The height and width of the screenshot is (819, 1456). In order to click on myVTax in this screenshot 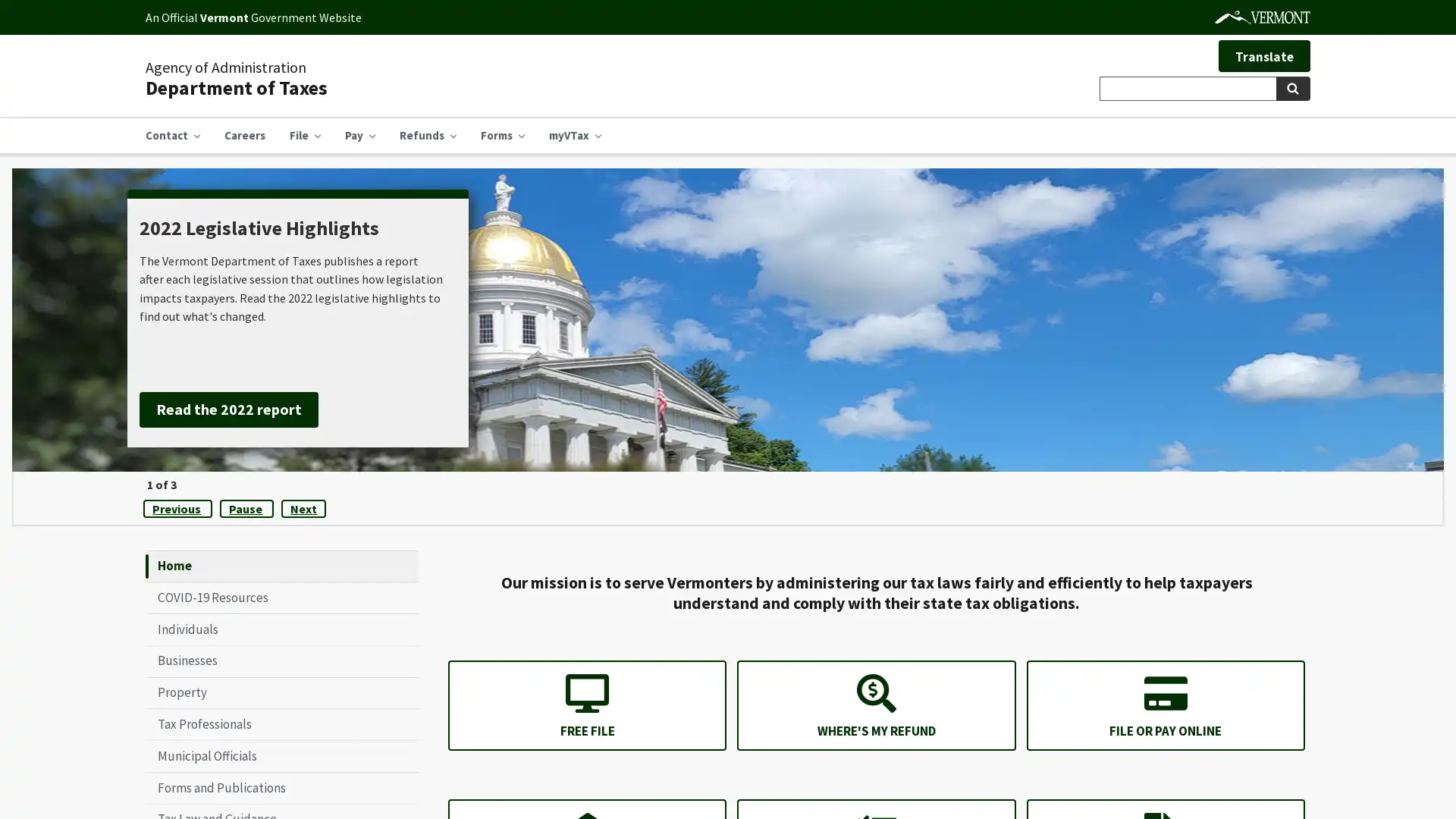, I will do `click(574, 133)`.